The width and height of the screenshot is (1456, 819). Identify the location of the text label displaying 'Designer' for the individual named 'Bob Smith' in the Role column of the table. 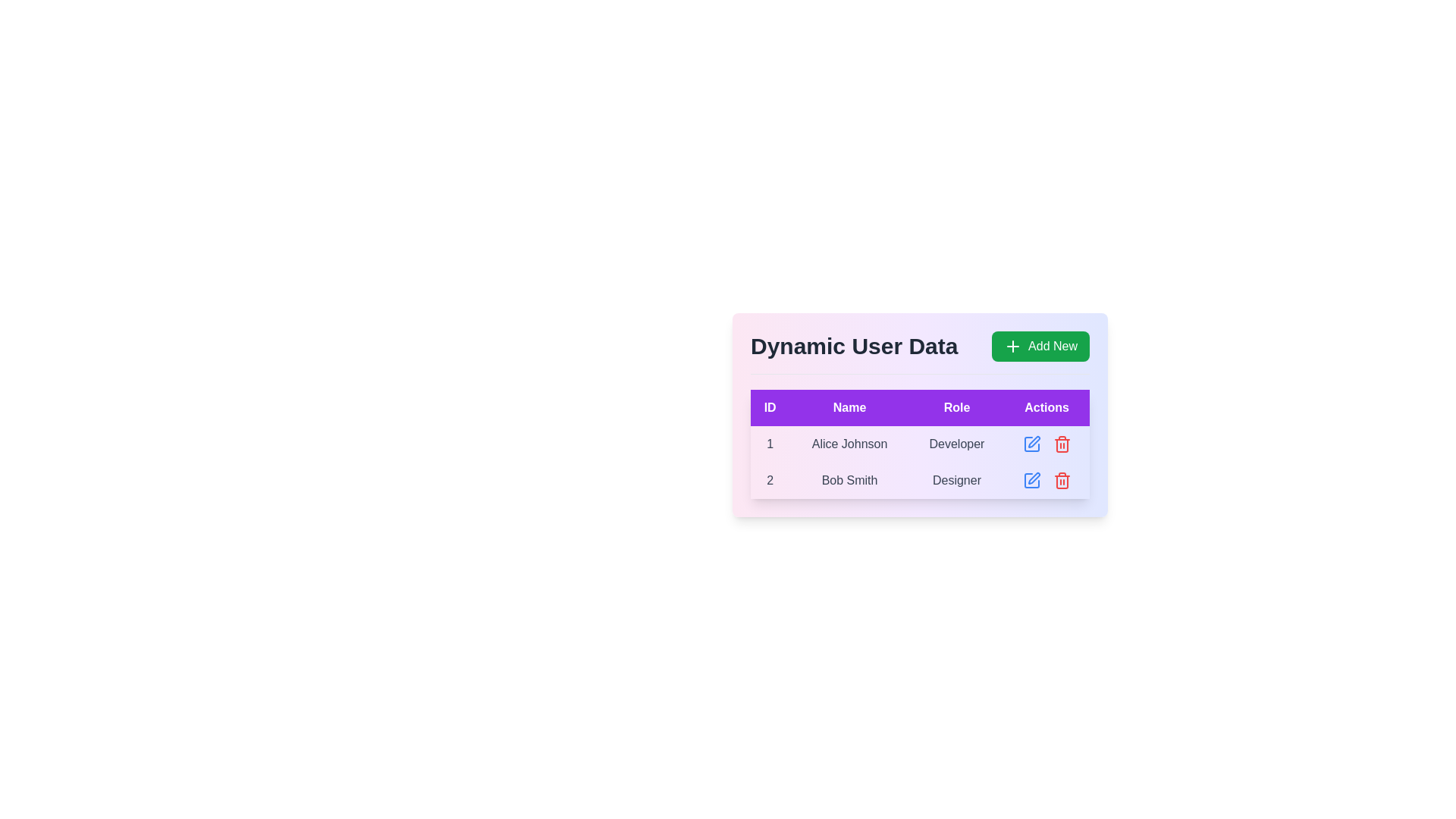
(956, 480).